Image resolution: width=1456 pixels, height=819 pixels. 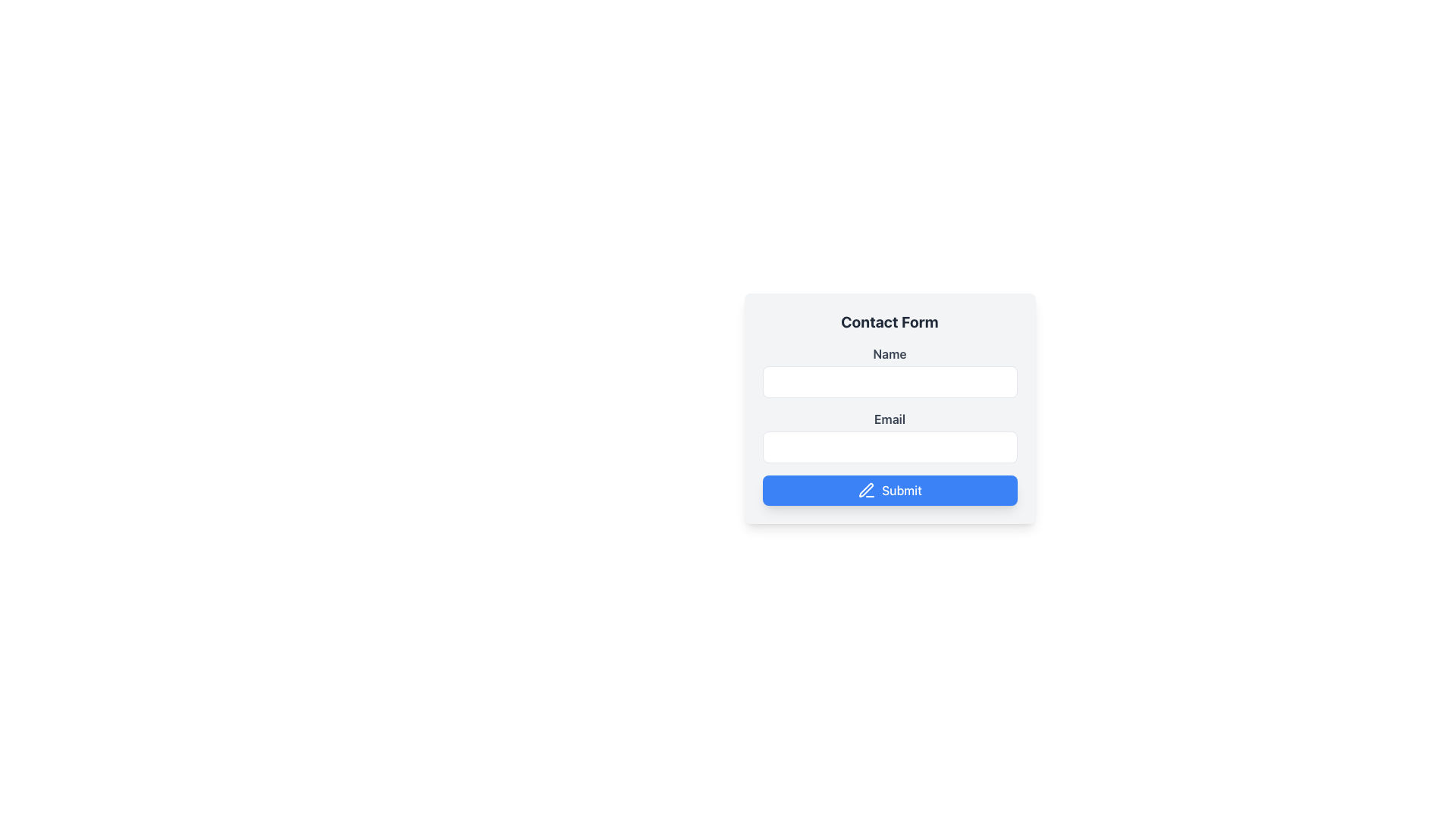 What do you see at coordinates (890, 321) in the screenshot?
I see `the static text label 'Contact Form' which is styled with bold and large font size, located at the top center of the form section` at bounding box center [890, 321].